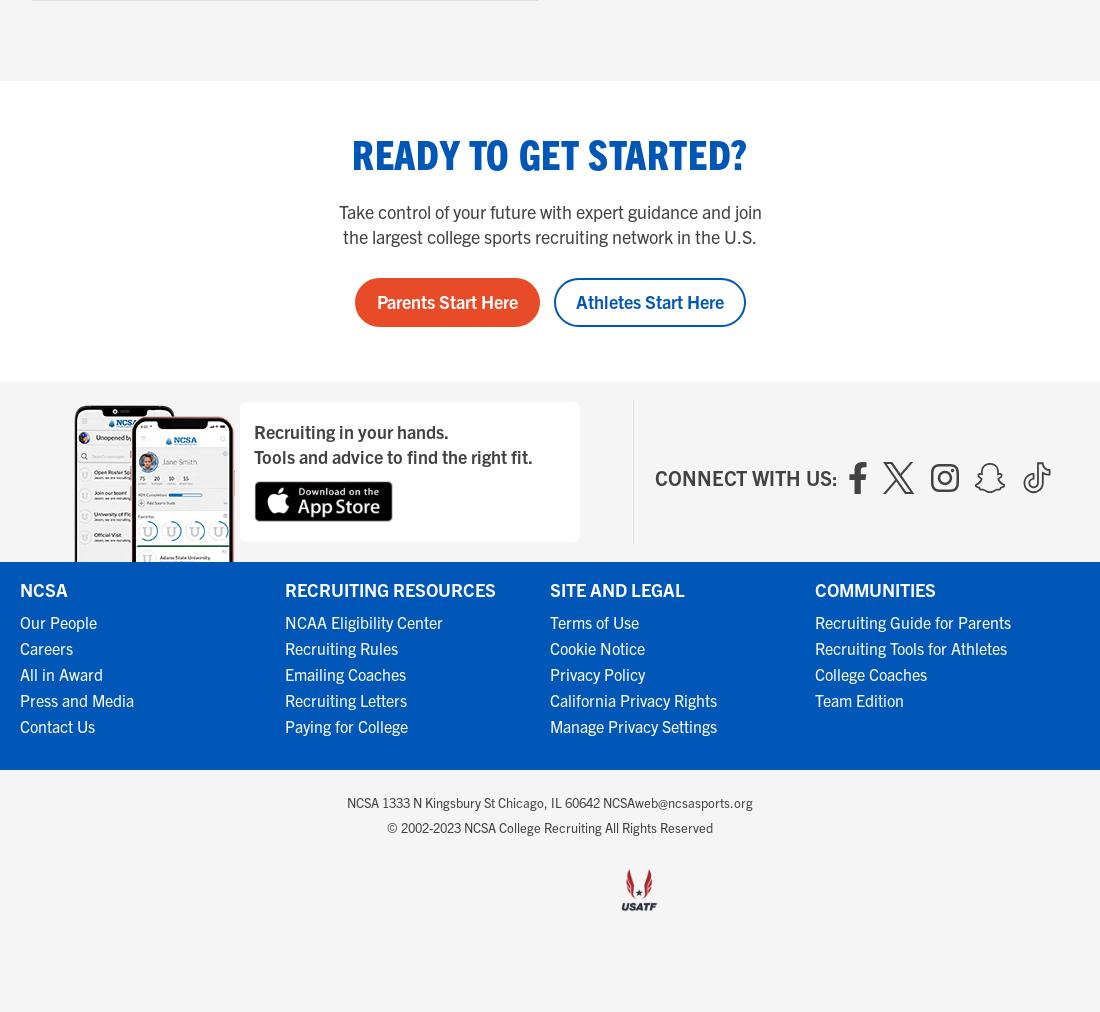 This screenshot has width=1100, height=1012. What do you see at coordinates (649, 300) in the screenshot?
I see `'Athletes Start Here'` at bounding box center [649, 300].